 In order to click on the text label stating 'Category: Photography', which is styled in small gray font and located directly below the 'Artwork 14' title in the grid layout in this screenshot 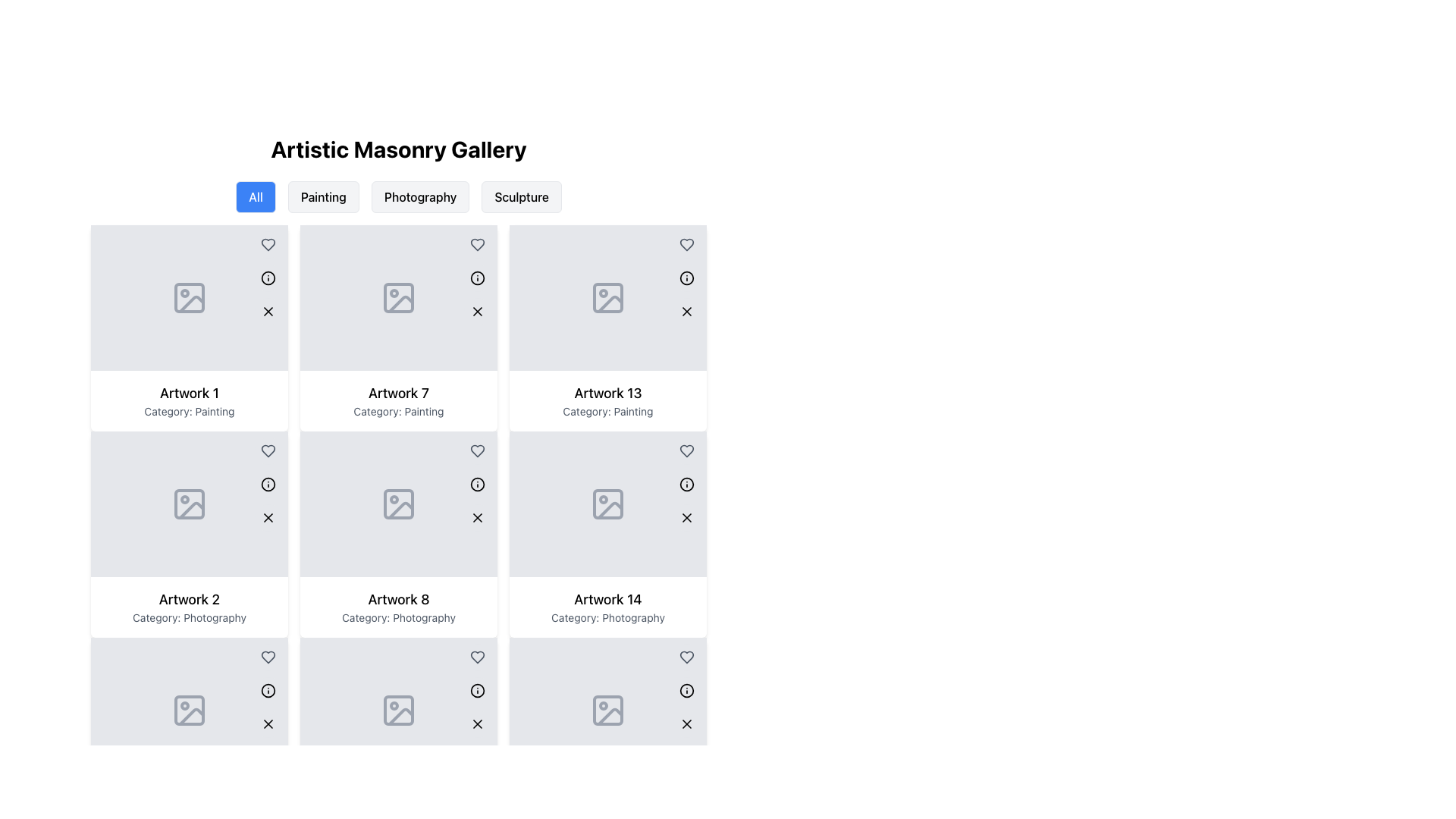, I will do `click(607, 617)`.